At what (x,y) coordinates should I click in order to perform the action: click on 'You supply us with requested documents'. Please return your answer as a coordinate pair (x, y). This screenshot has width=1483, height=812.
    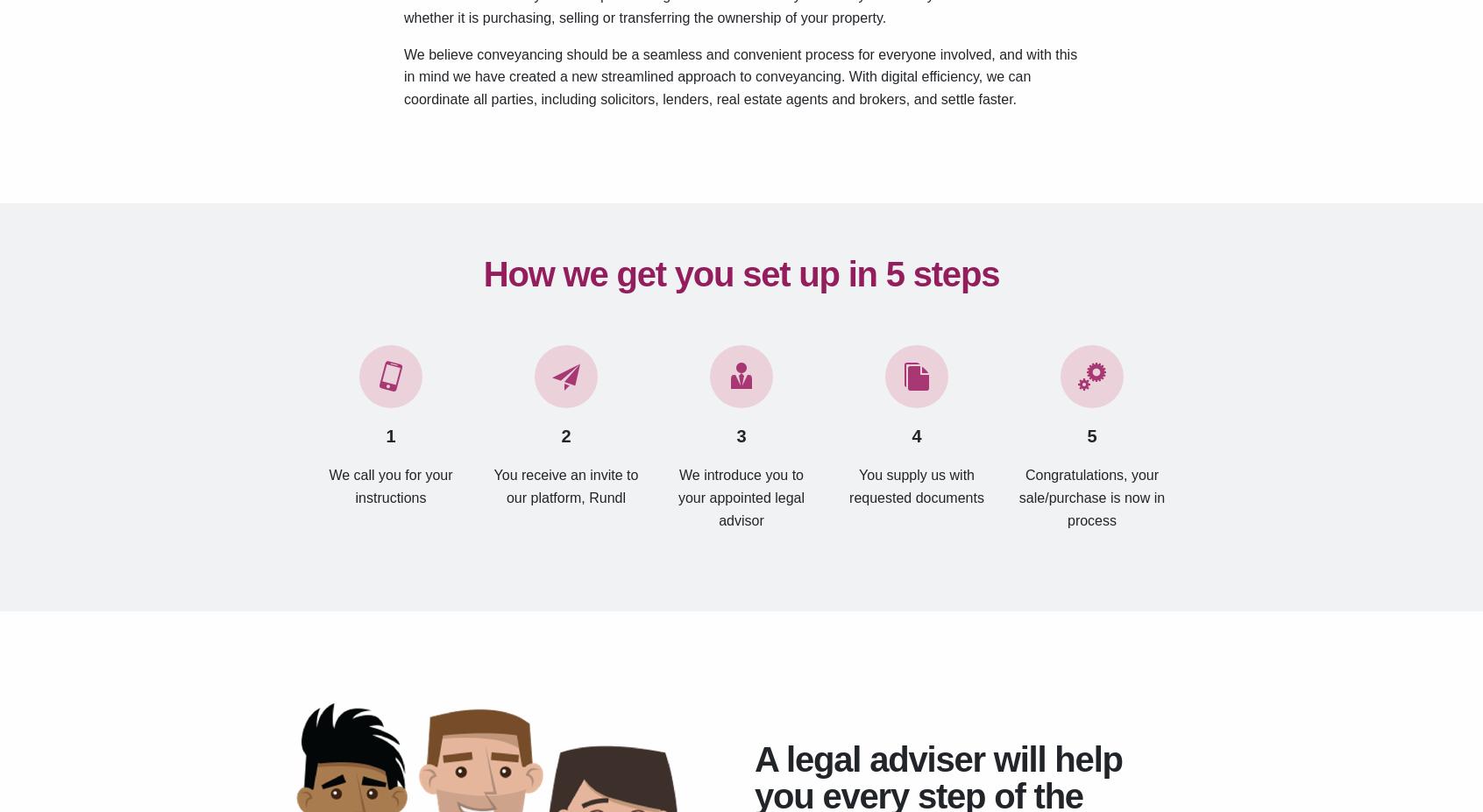
    Looking at the image, I should click on (915, 485).